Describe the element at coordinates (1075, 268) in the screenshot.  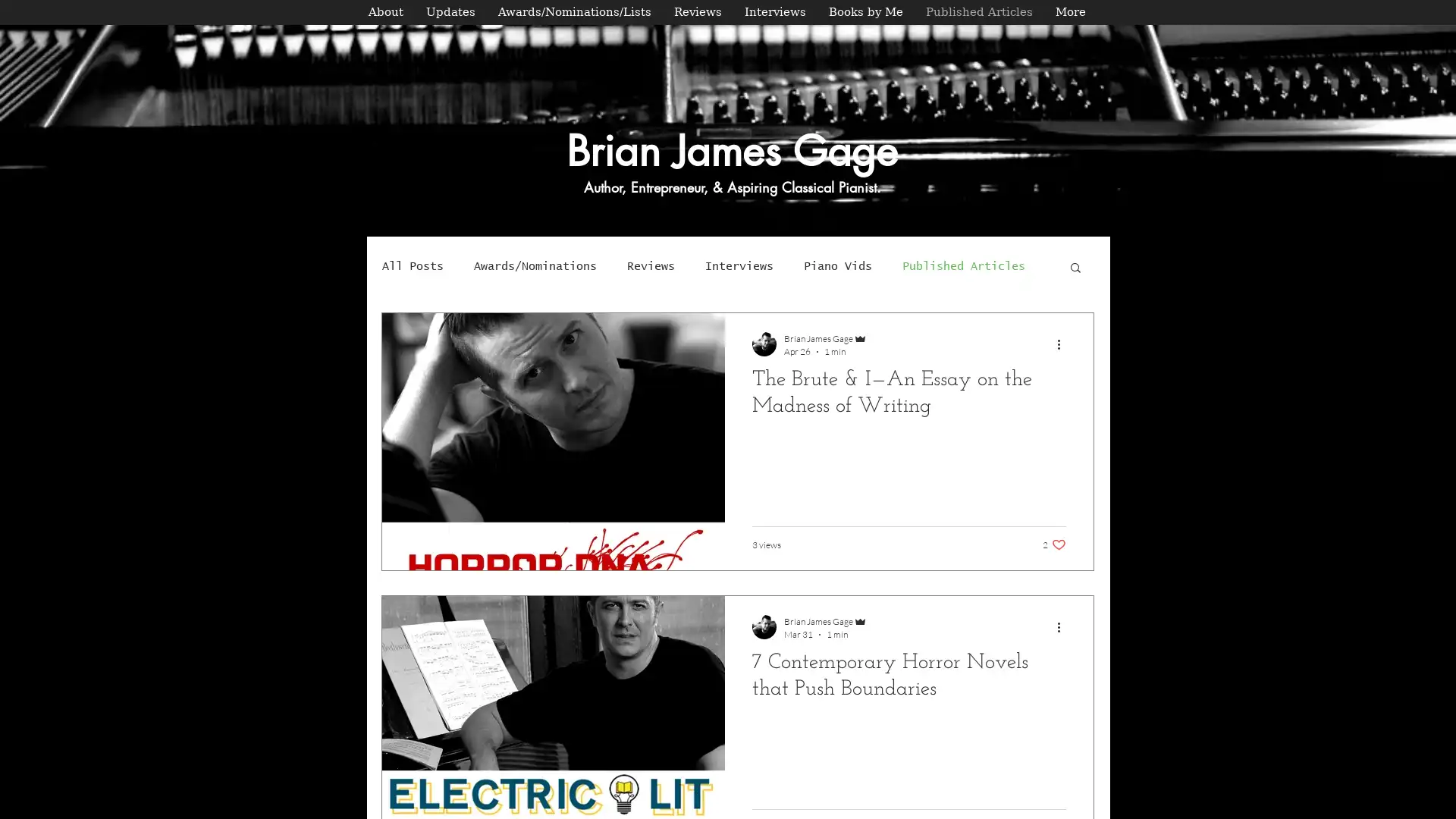
I see `Search` at that location.